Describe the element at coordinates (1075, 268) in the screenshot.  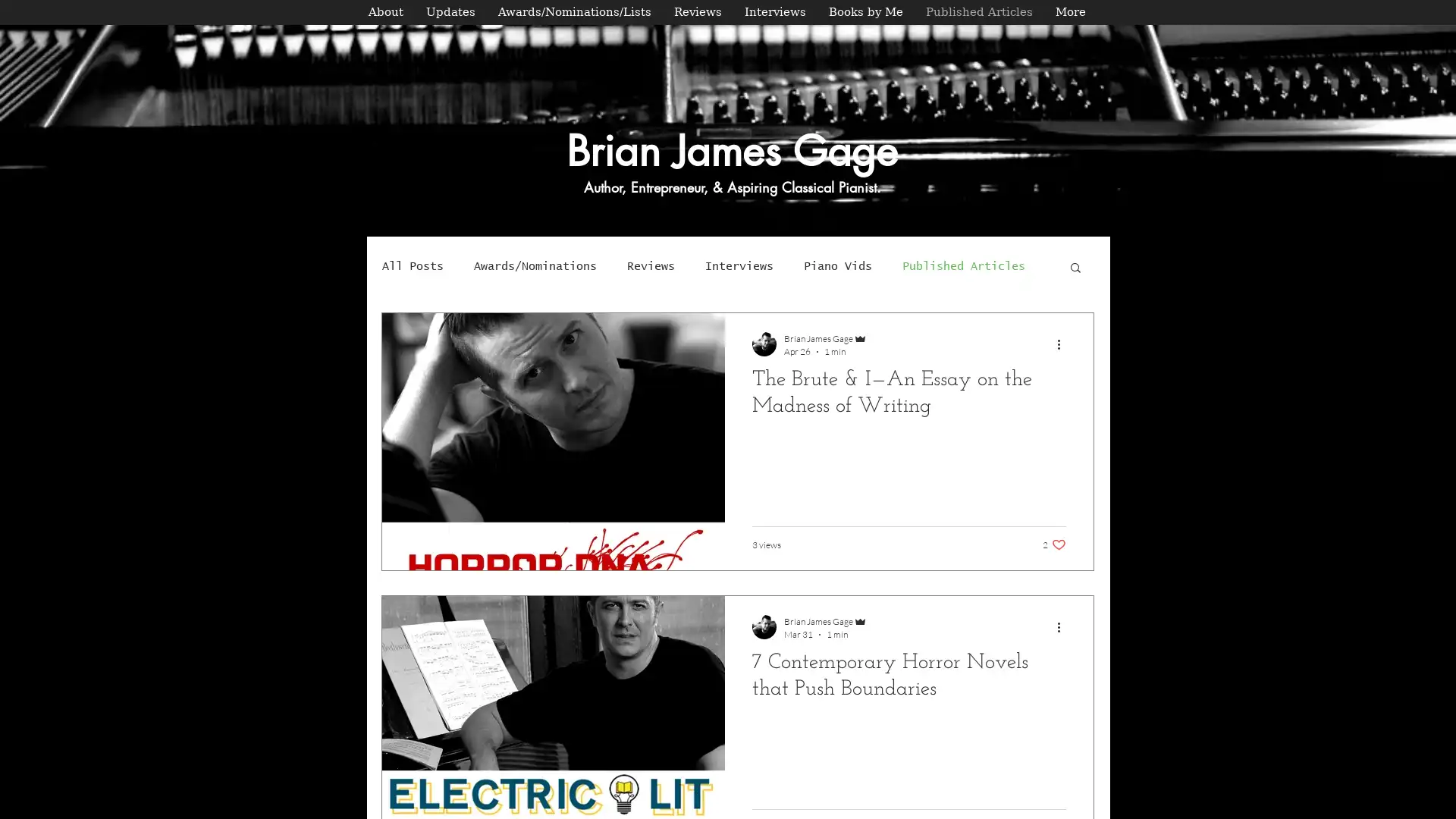
I see `Search` at that location.